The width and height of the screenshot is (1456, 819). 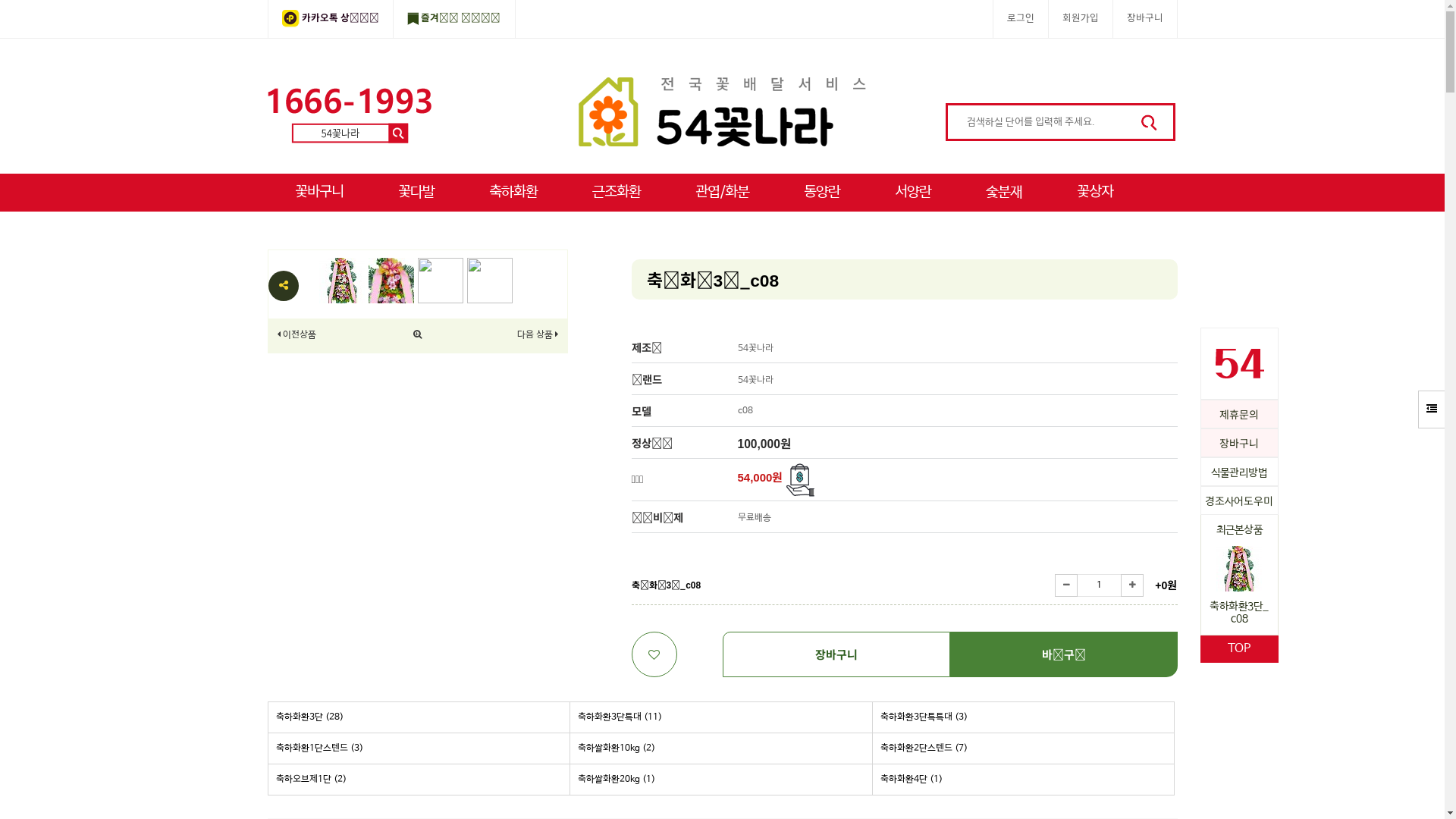 What do you see at coordinates (1238, 648) in the screenshot?
I see `'TOP'` at bounding box center [1238, 648].